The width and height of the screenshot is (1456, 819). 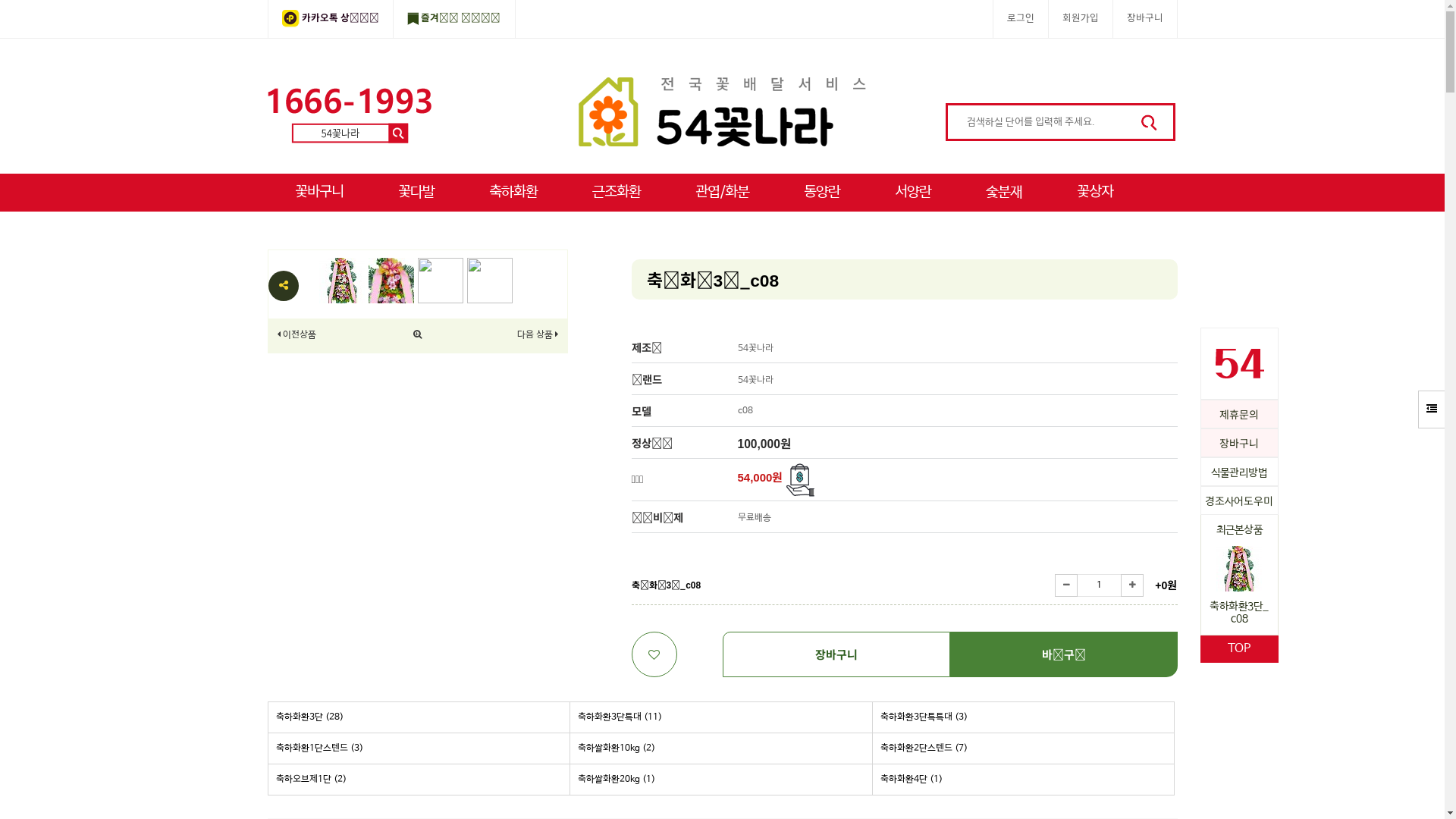 What do you see at coordinates (1238, 648) in the screenshot?
I see `'TOP'` at bounding box center [1238, 648].